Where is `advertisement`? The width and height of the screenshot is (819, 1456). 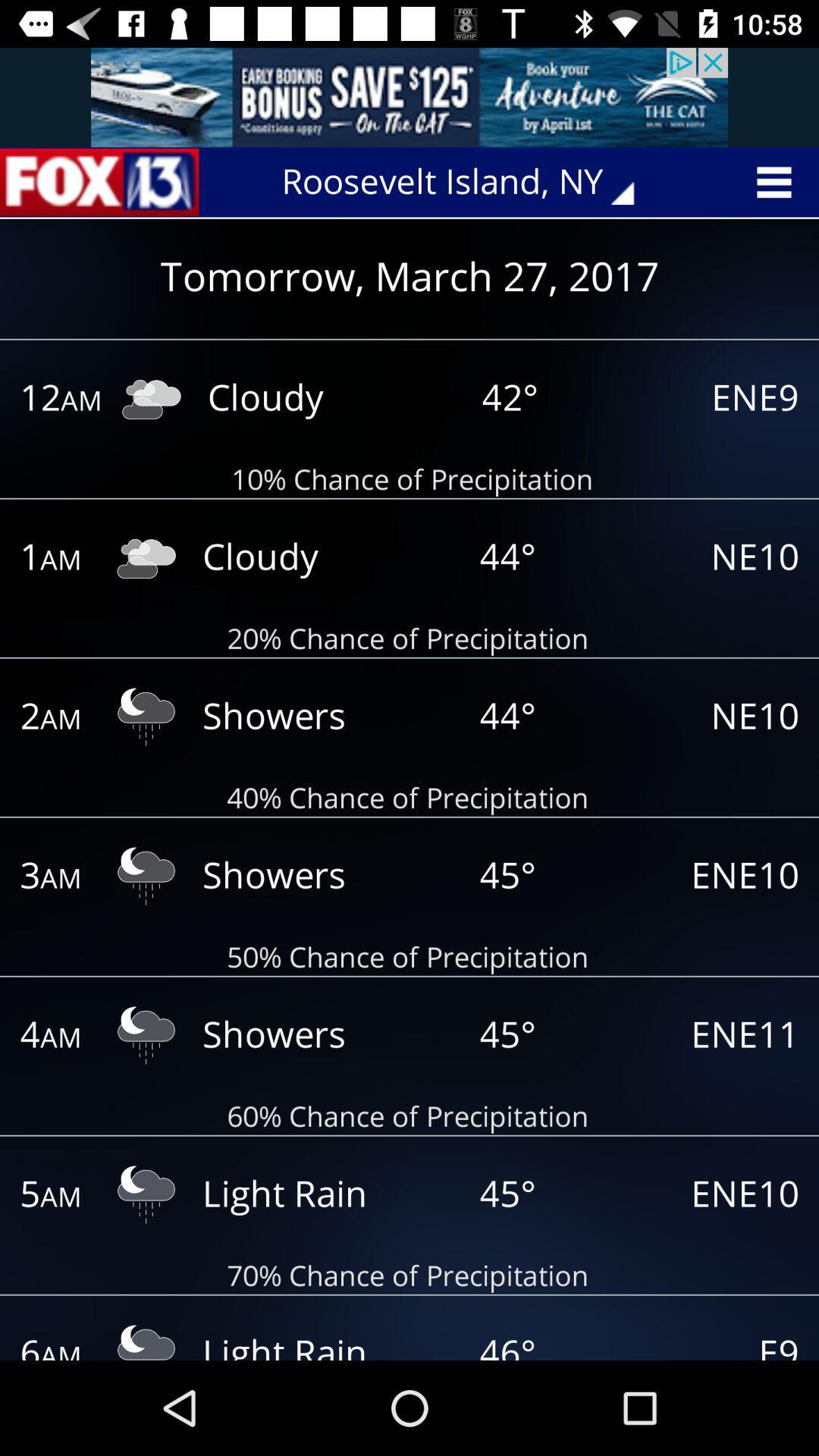 advertisement is located at coordinates (409, 96).